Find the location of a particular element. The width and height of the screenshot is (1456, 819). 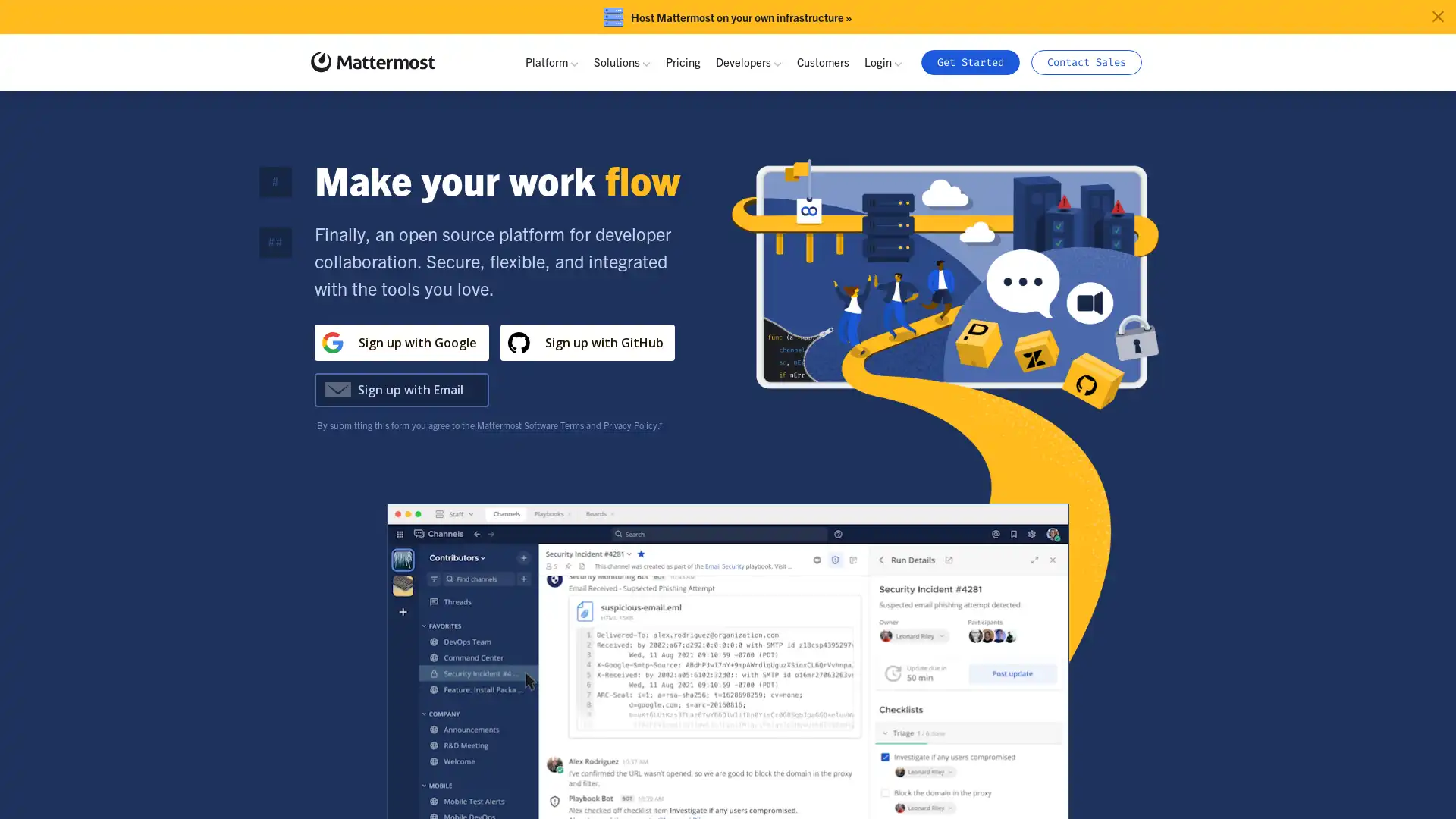

Sign up with Google is located at coordinates (400, 342).